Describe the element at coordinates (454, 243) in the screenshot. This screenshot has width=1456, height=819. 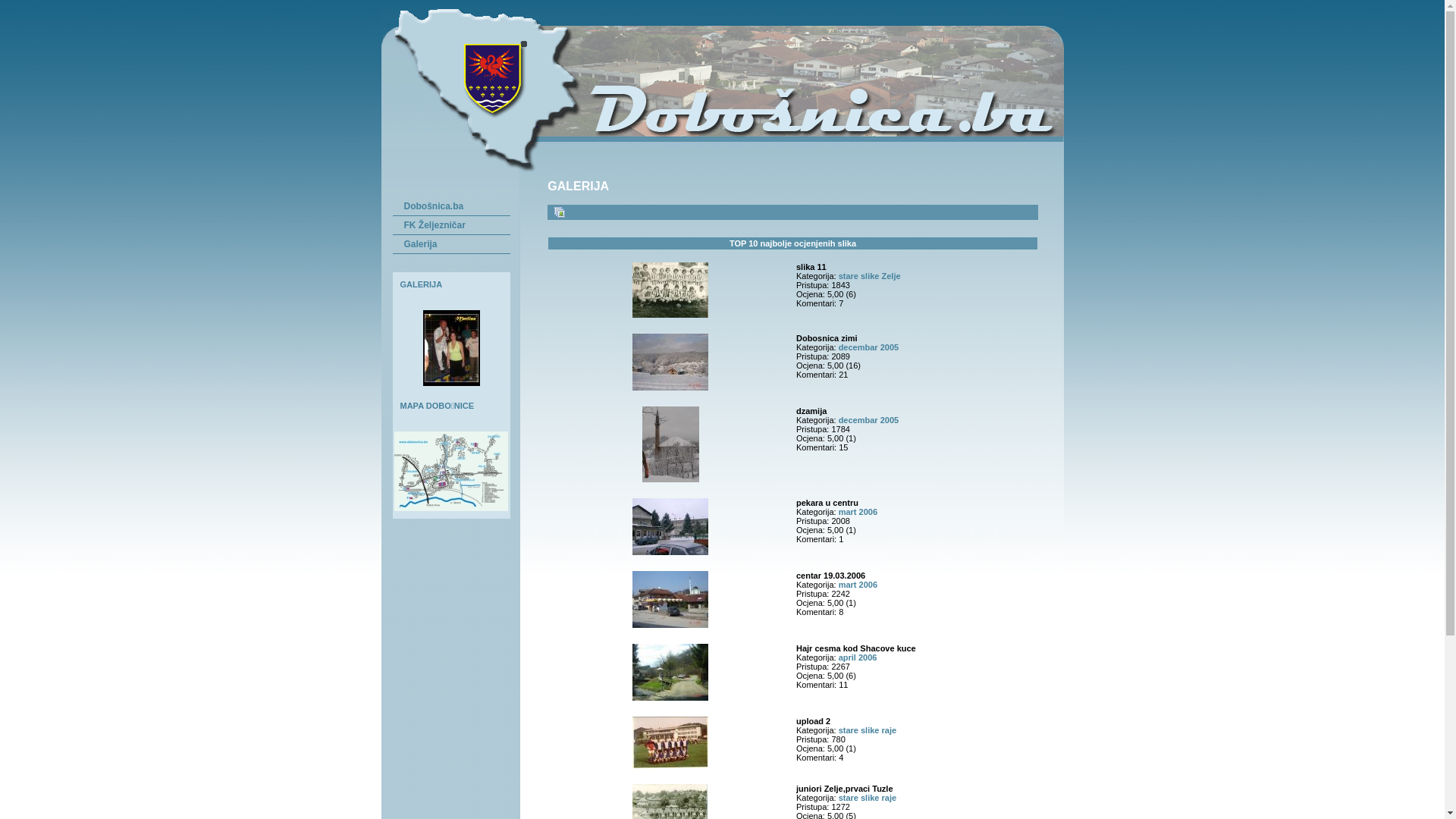
I see `'Galerija'` at that location.